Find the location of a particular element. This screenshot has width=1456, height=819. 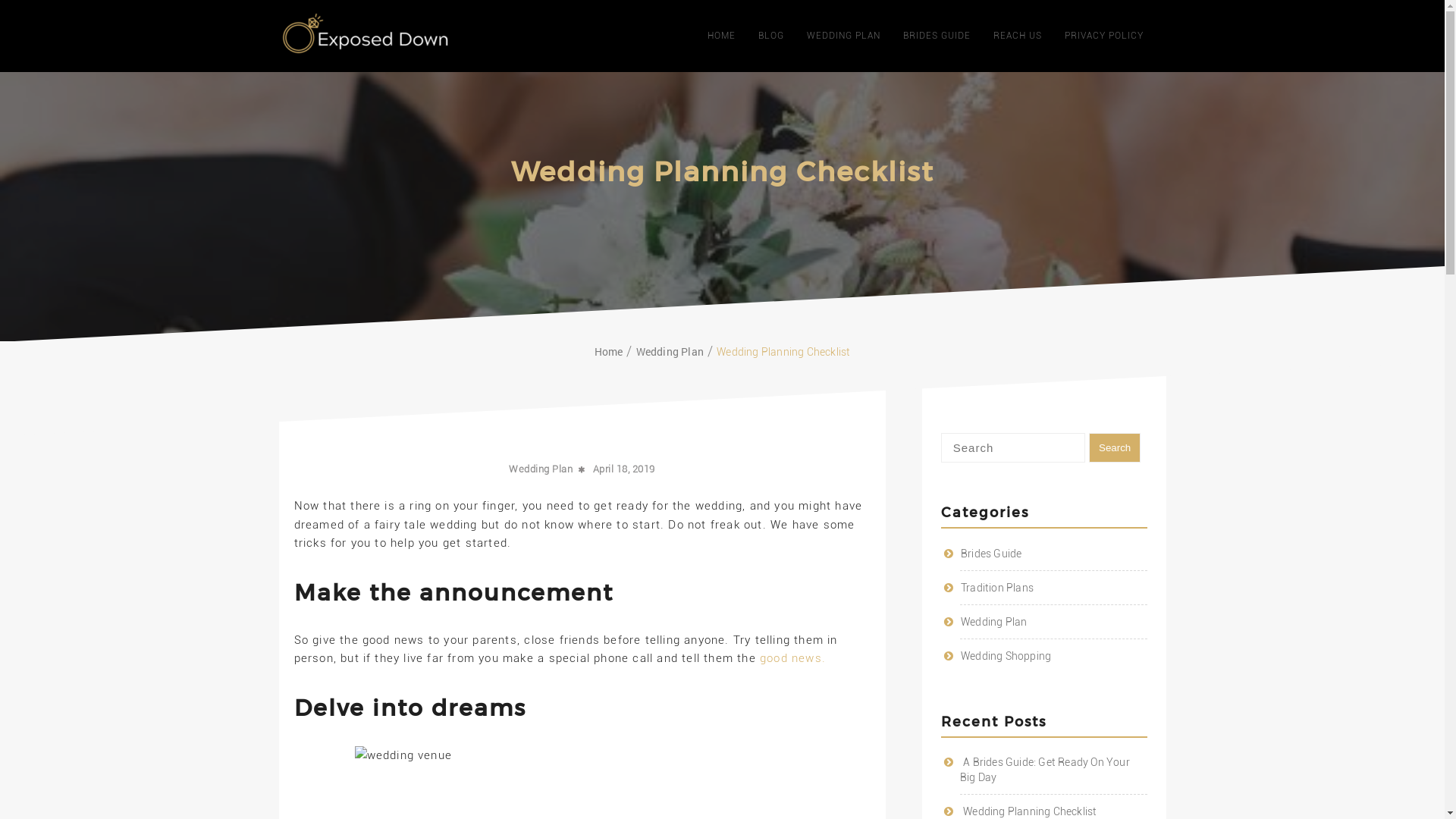

'PRIVACY POLICY' is located at coordinates (1103, 34).